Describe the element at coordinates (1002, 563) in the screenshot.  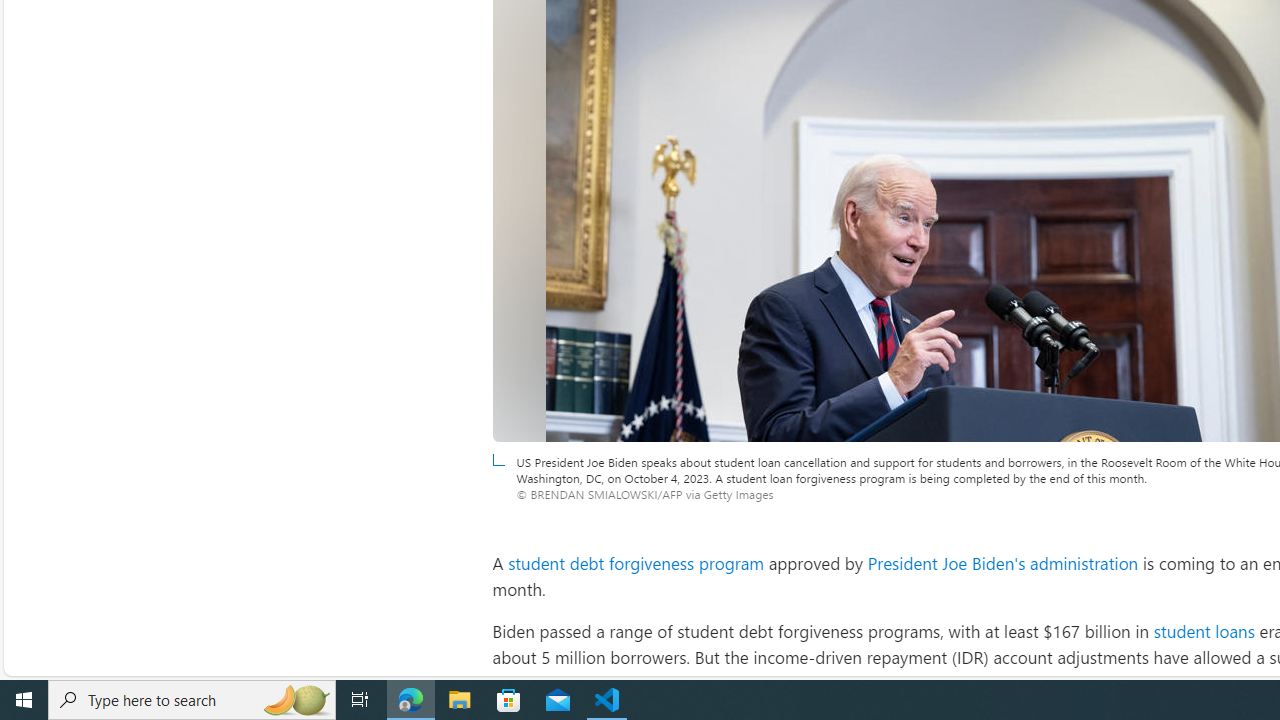
I see `'President Joe Biden'` at that location.